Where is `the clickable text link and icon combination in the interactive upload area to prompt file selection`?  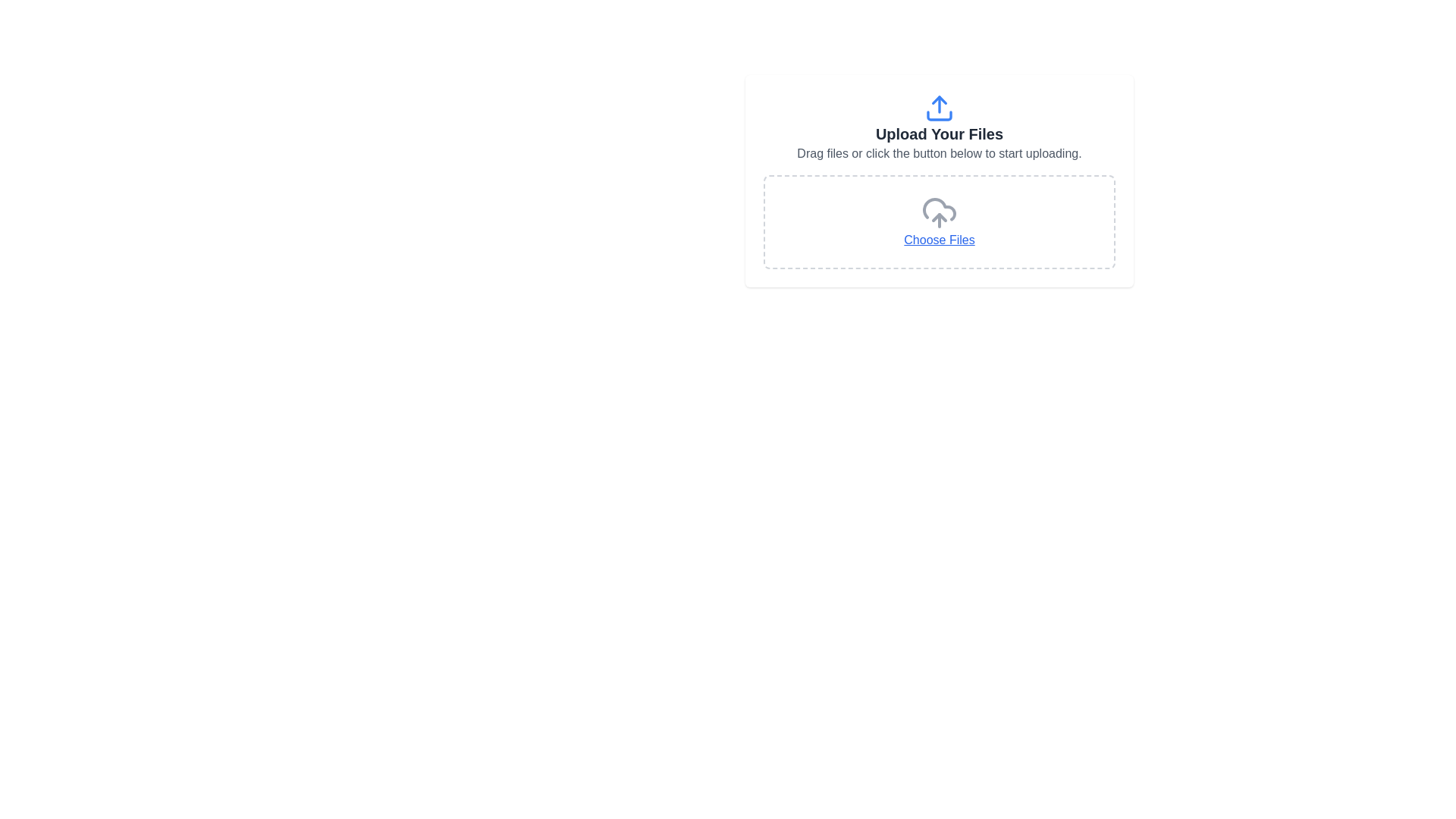 the clickable text link and icon combination in the interactive upload area to prompt file selection is located at coordinates (938, 222).